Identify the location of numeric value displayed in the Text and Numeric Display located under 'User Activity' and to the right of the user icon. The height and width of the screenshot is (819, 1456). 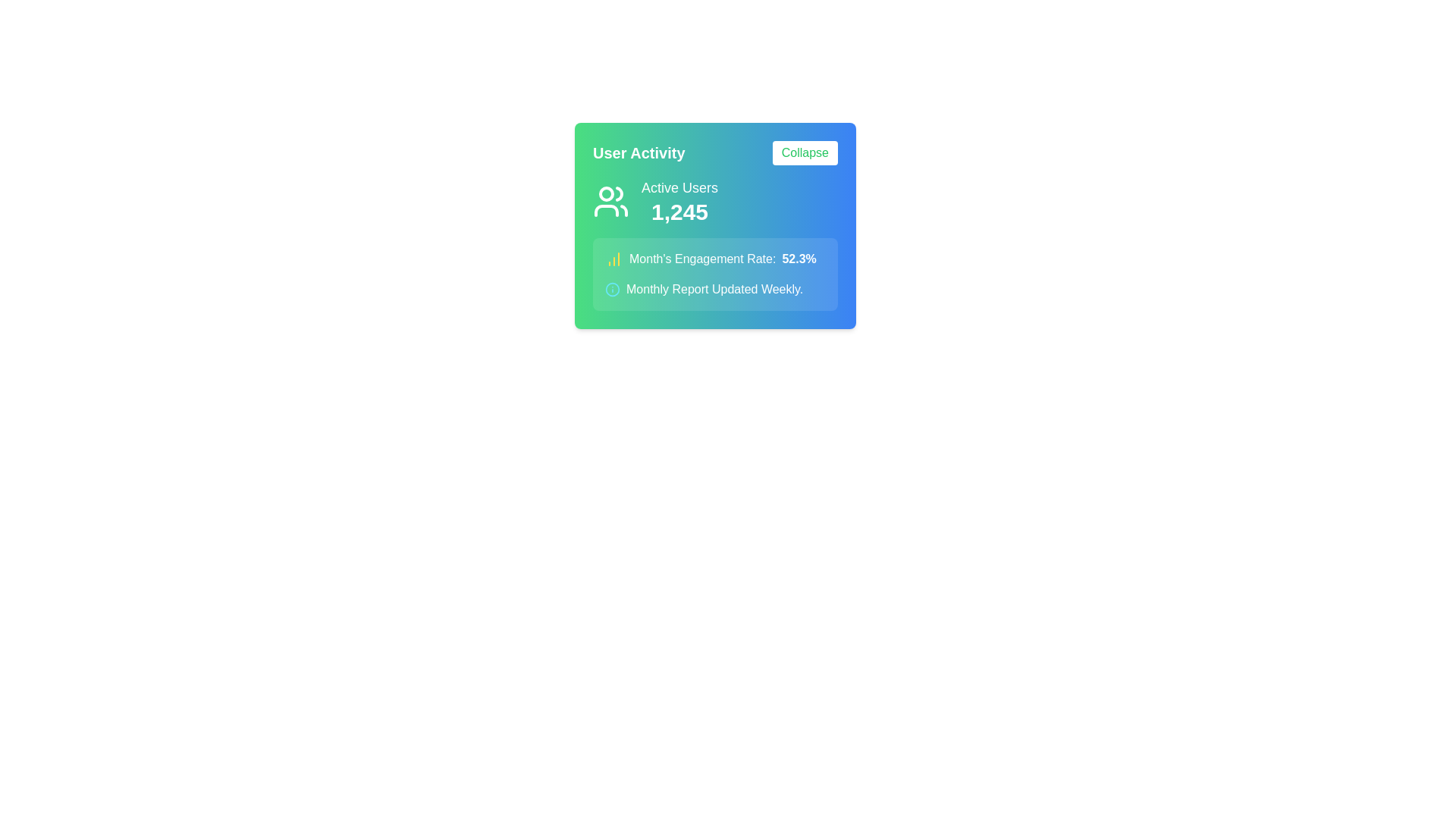
(679, 201).